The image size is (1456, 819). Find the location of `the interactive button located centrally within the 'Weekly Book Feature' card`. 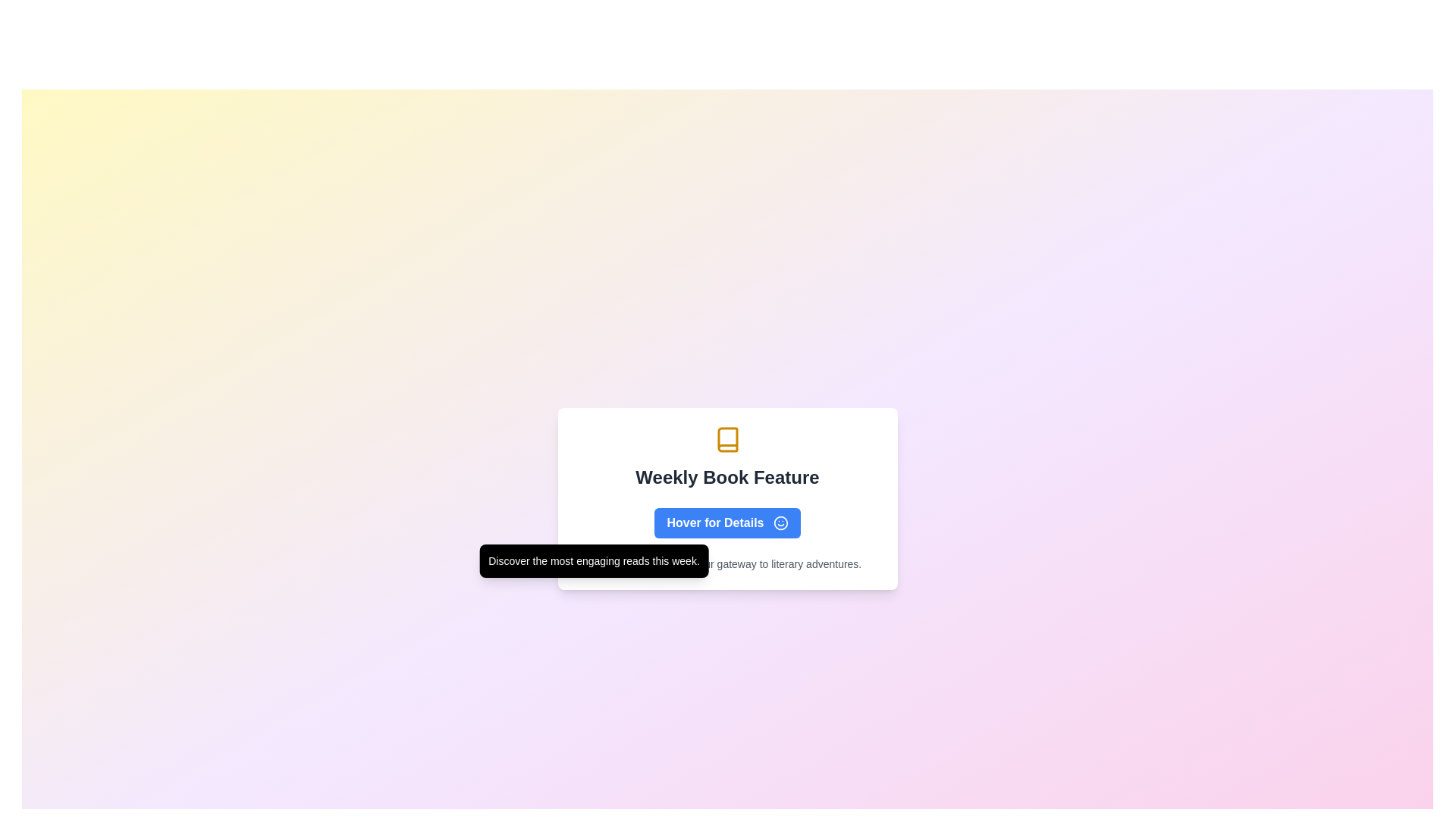

the interactive button located centrally within the 'Weekly Book Feature' card is located at coordinates (726, 522).